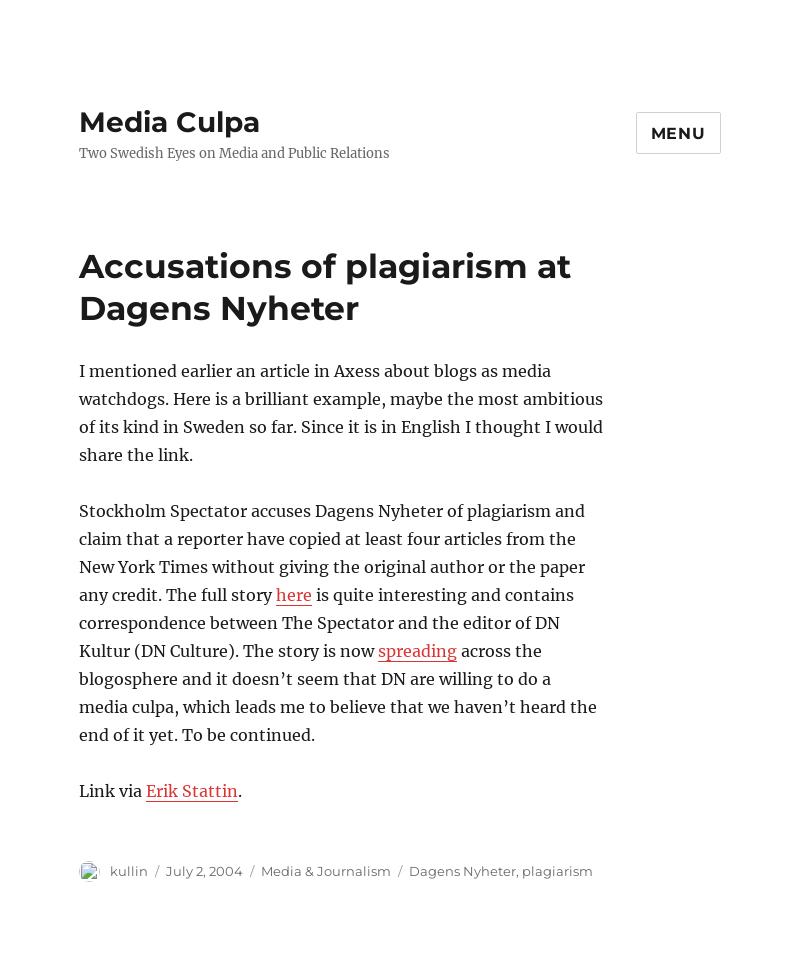  Describe the element at coordinates (239, 789) in the screenshot. I see `'.'` at that location.